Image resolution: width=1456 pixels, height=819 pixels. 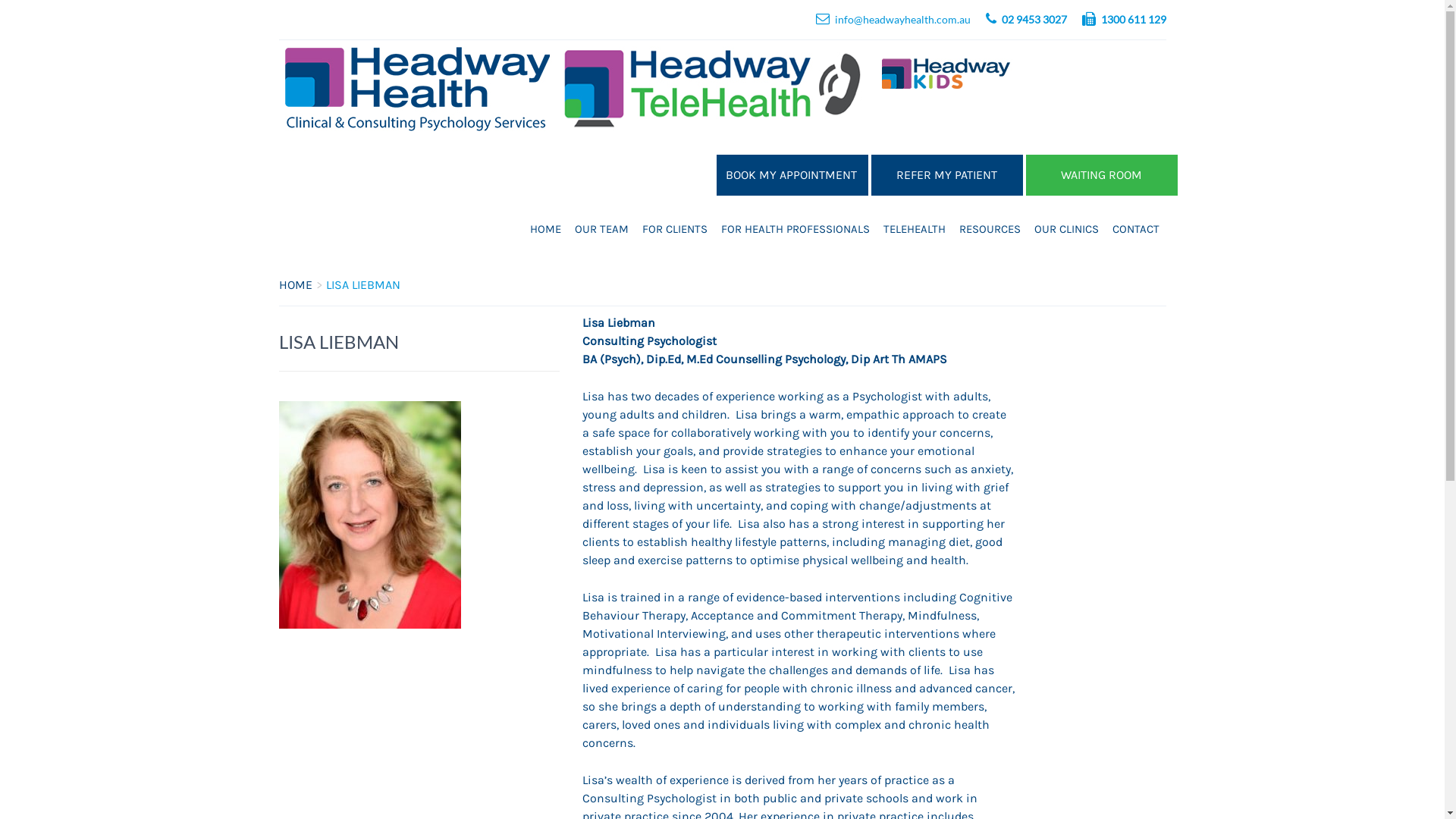 What do you see at coordinates (1004, 278) in the screenshot?
I see `'HEADWAYHEALTH FRENCHS FOREST'` at bounding box center [1004, 278].